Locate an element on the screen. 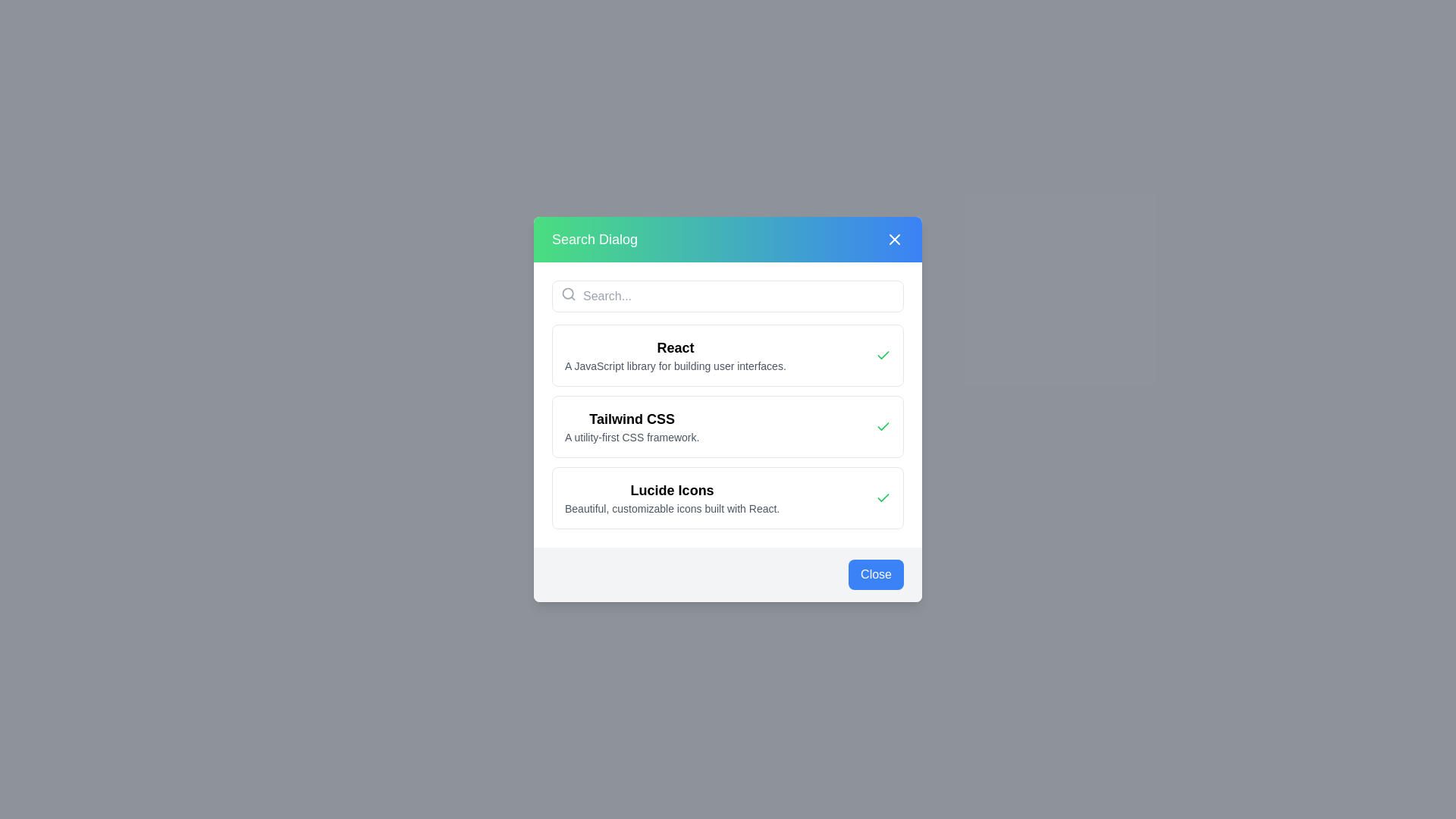 Image resolution: width=1456 pixels, height=819 pixels. the static text header that serves as a title for the listed item in the search dialog interface, positioned at the upper part of a two-text pair is located at coordinates (671, 491).